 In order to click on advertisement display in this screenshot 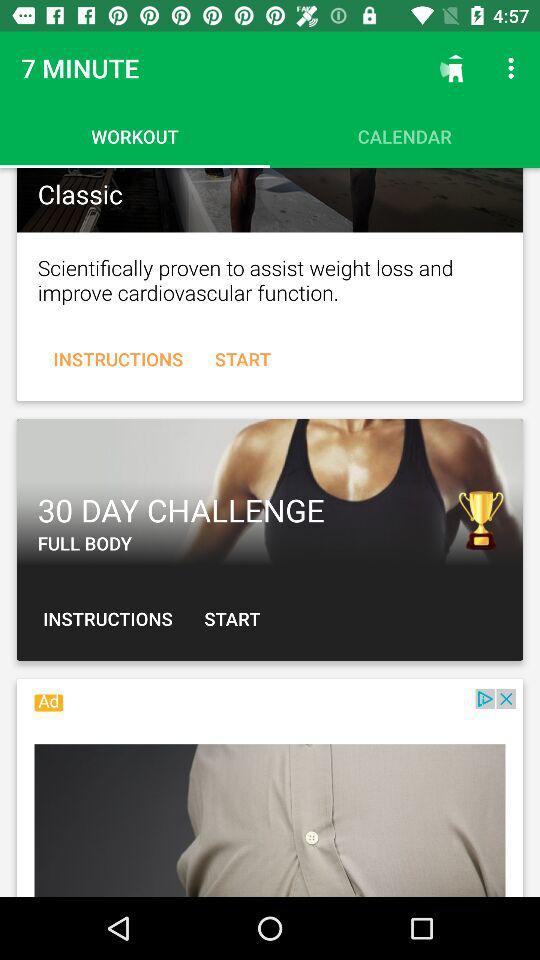, I will do `click(270, 491)`.